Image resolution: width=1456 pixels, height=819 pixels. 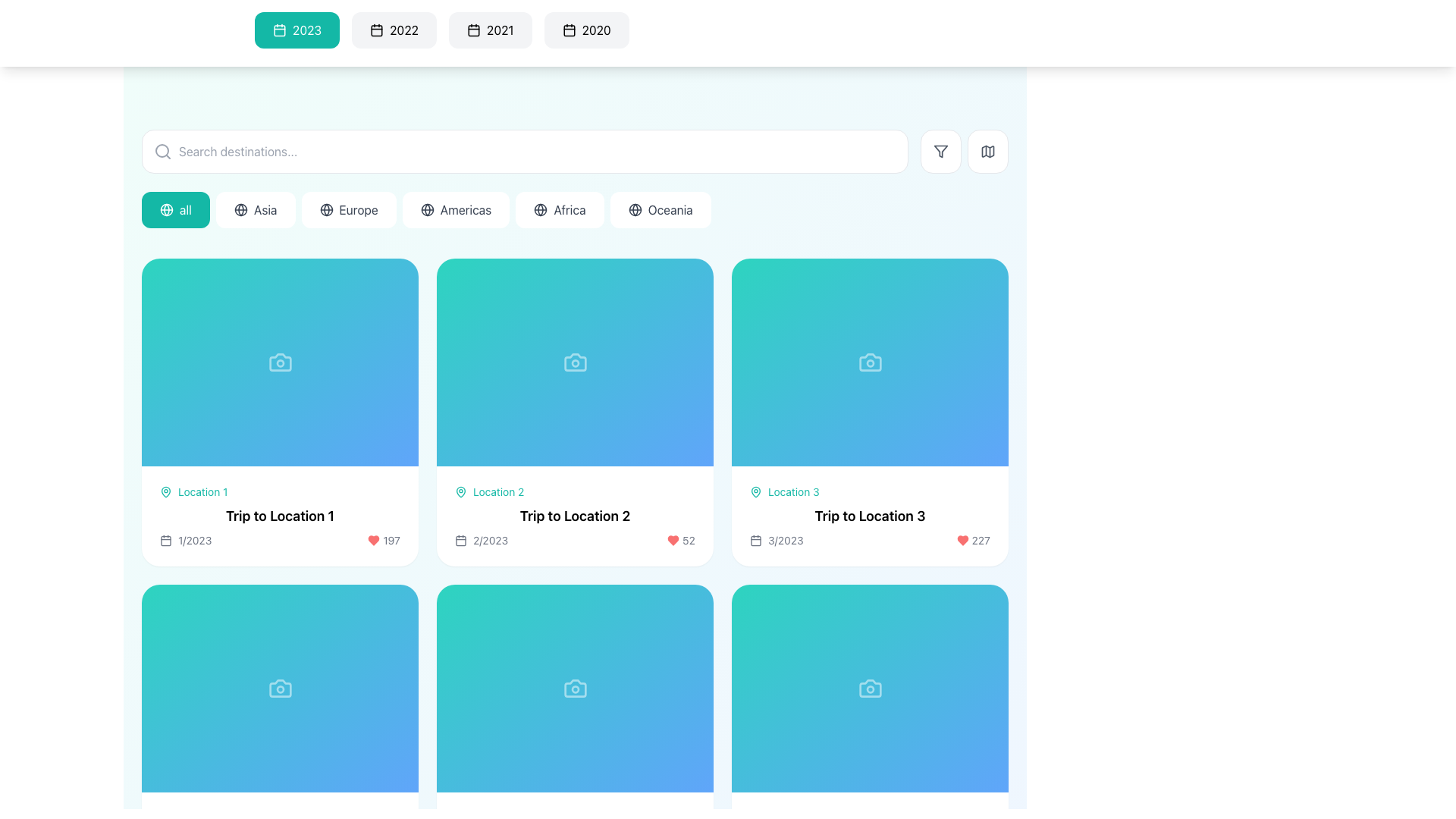 I want to click on the 'Europe' button, which contains a globe icon on the left side, to apply the filter for travel destinations, so click(x=325, y=210).